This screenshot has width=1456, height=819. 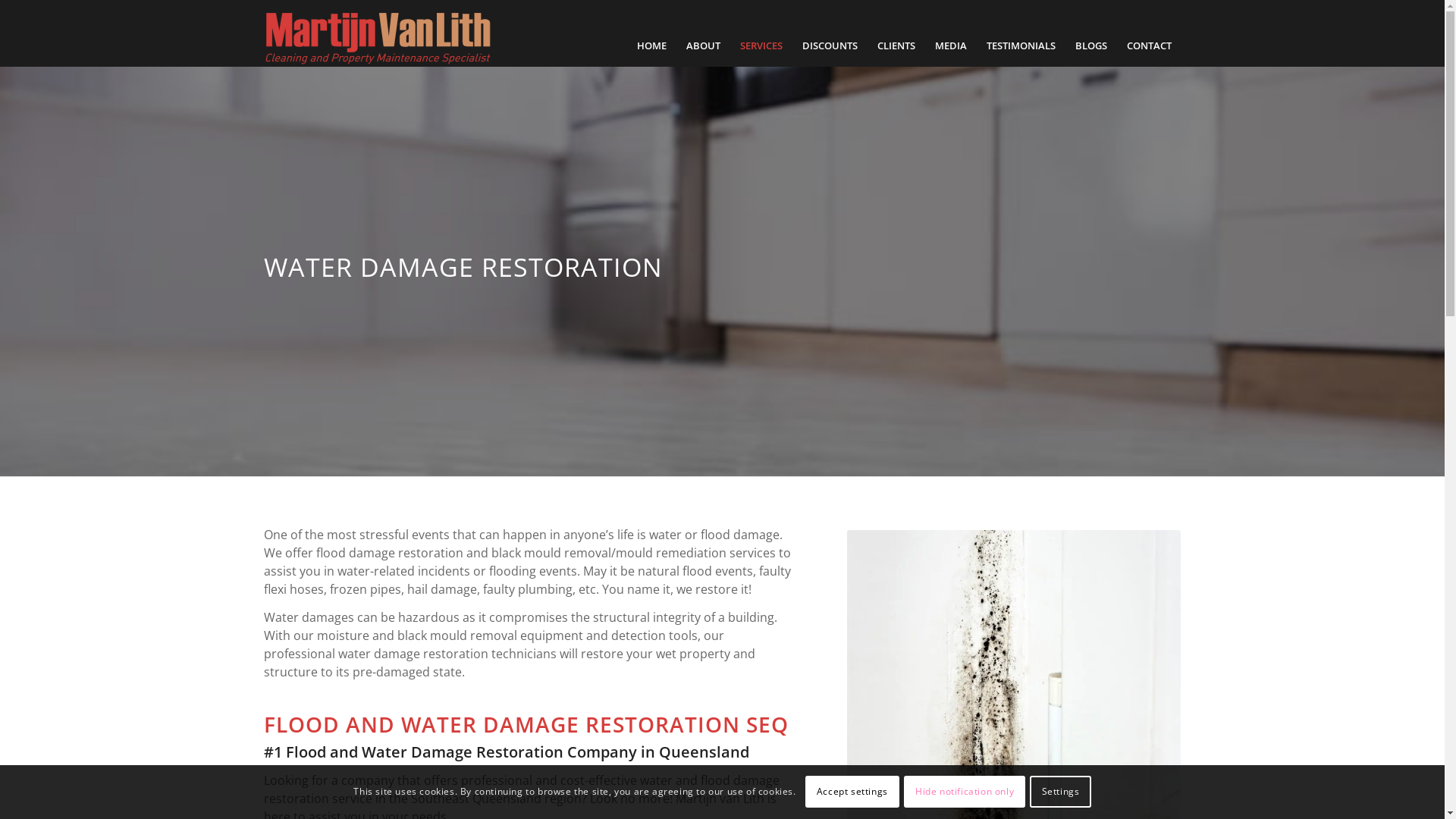 What do you see at coordinates (651, 45) in the screenshot?
I see `'HOME'` at bounding box center [651, 45].